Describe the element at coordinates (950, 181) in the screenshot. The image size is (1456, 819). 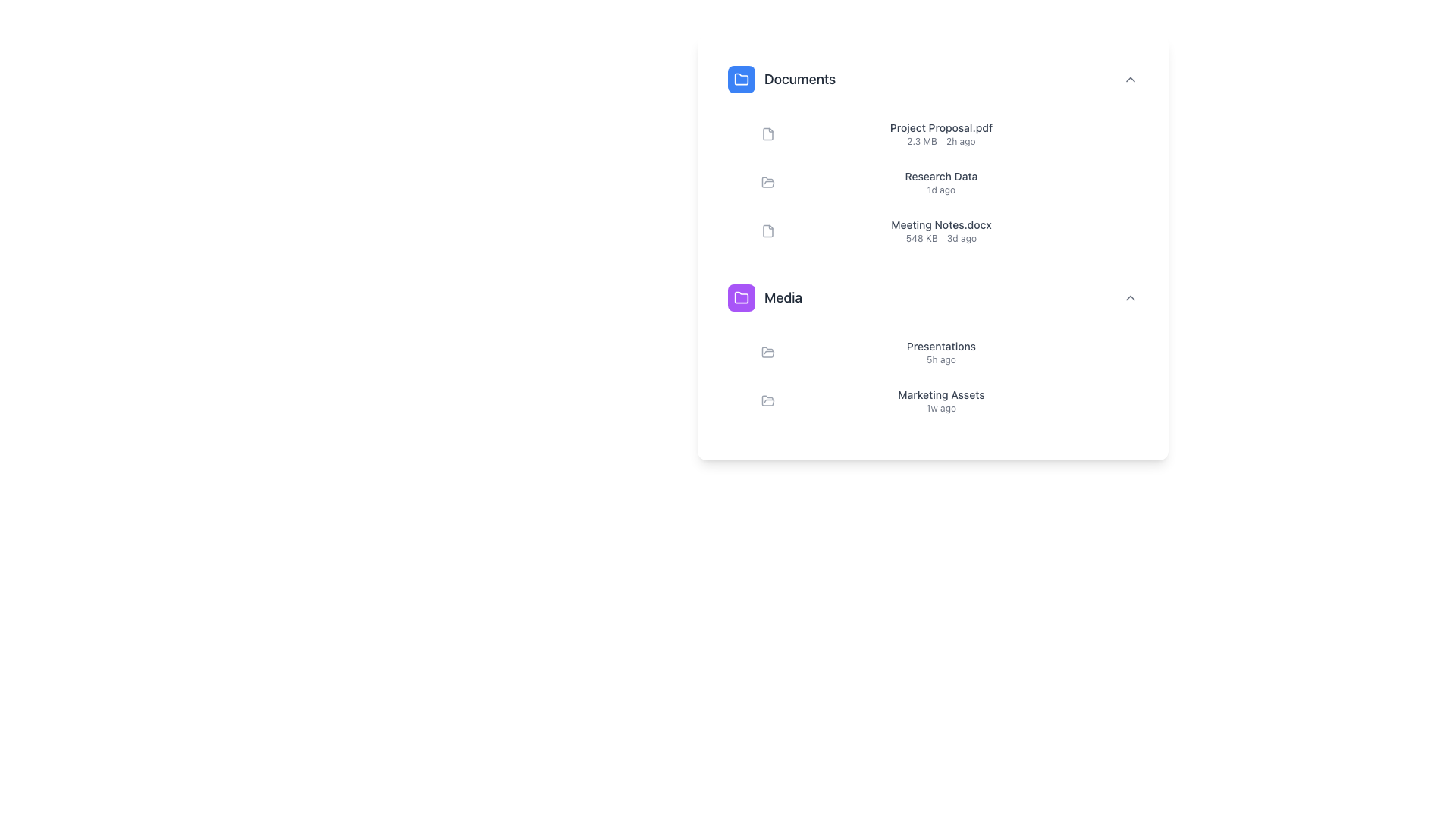
I see `the second entry under the 'Documents' heading, which represents a document or folder` at that location.